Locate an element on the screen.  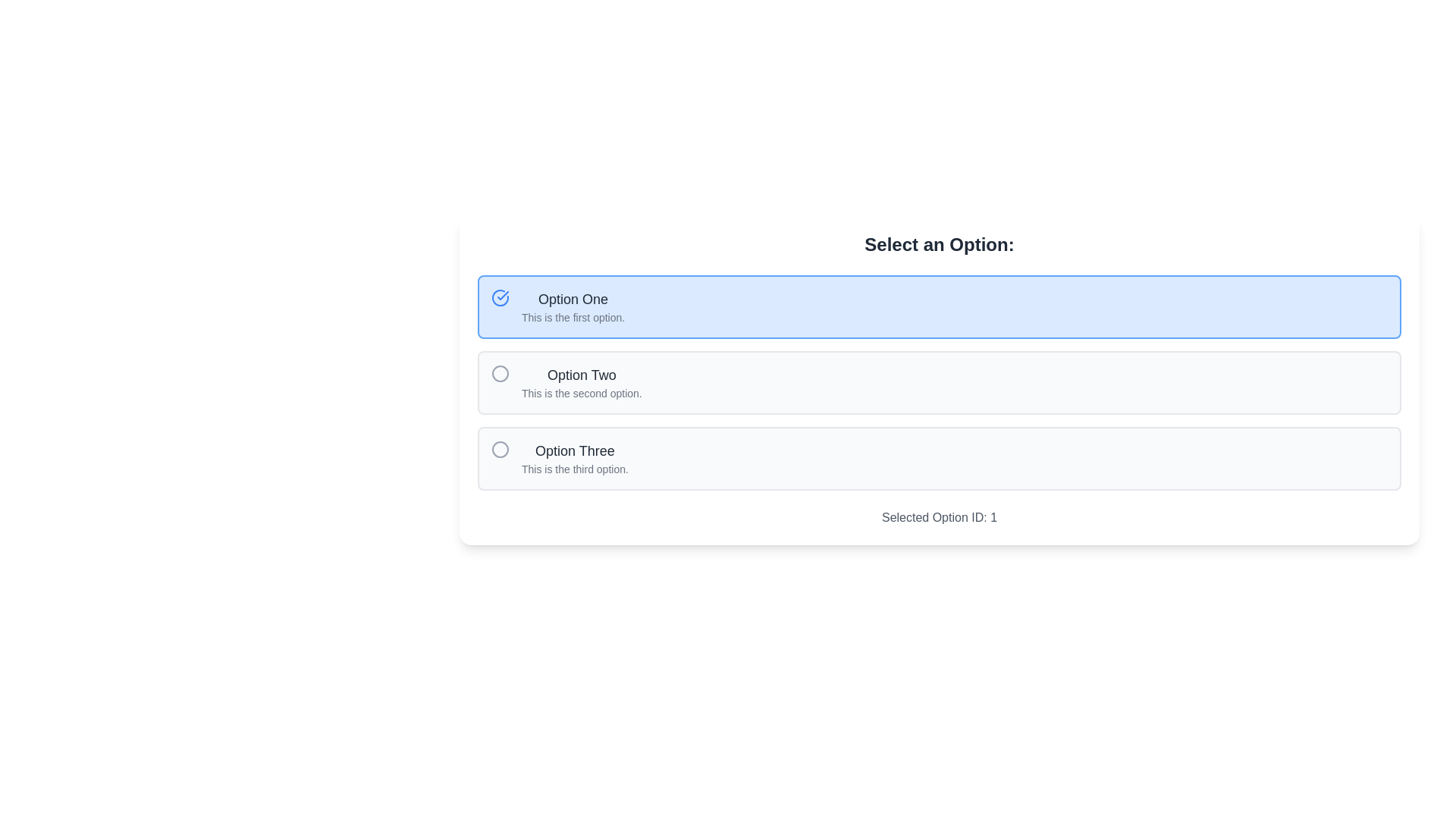
the text label displaying 'Option Two', which serves as the title for the second selectable option in the list is located at coordinates (581, 375).